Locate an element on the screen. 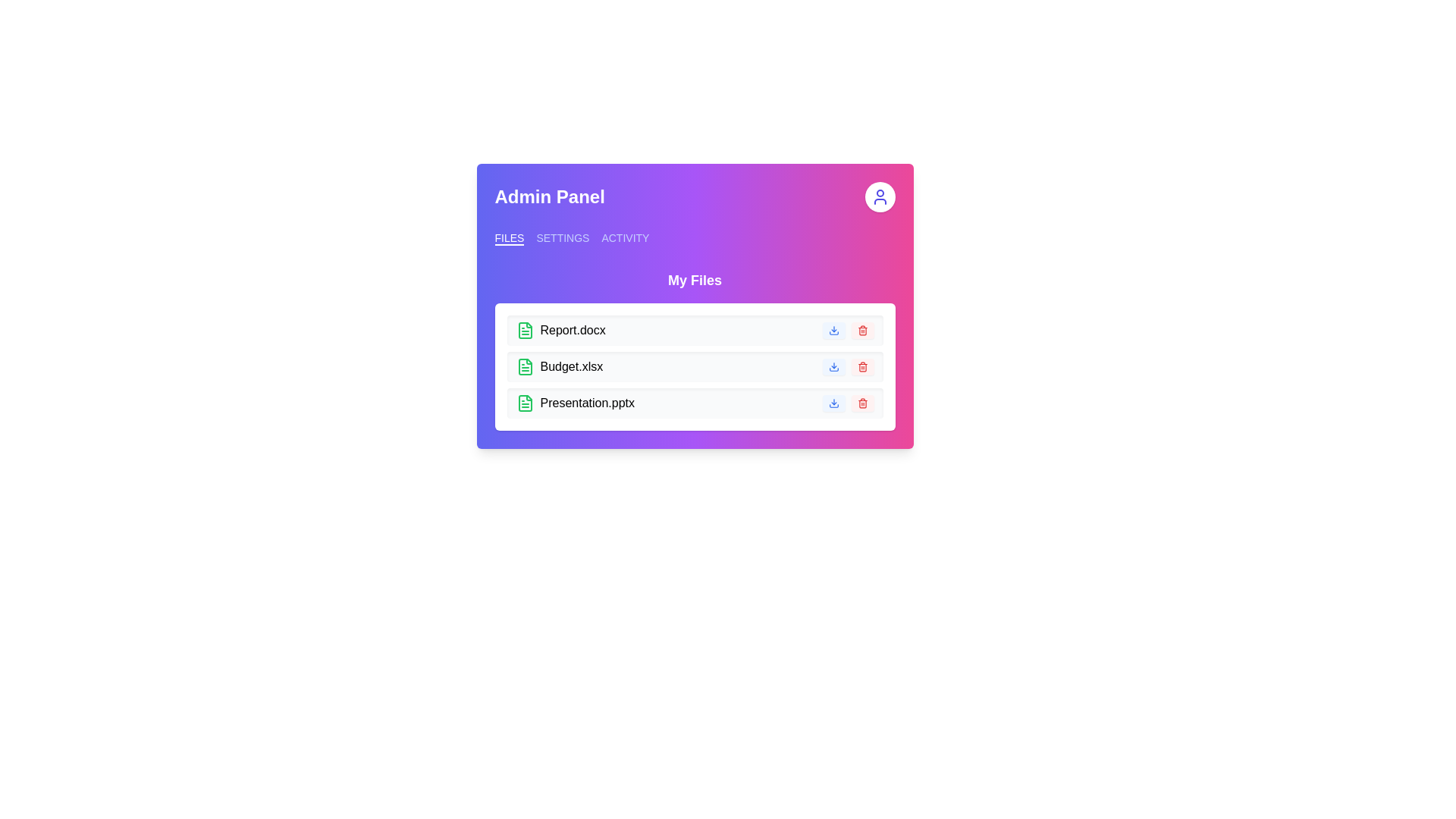 This screenshot has height=819, width=1456. the icon representing the presentation file located at the far left of the row containing the text label 'Presentation.pptx' on the third line of the file list is located at coordinates (525, 403).